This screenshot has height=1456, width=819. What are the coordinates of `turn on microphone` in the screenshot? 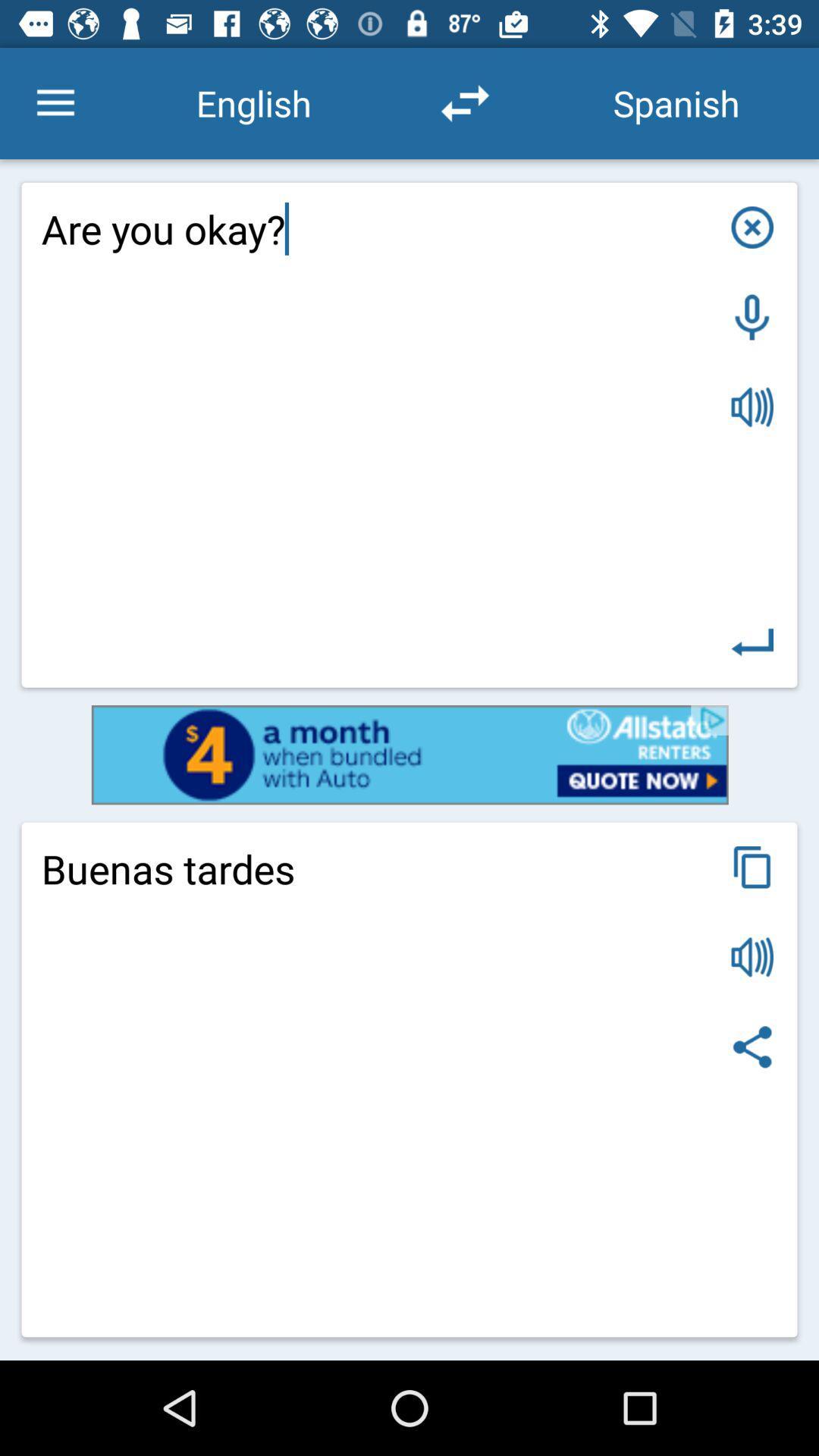 It's located at (752, 316).